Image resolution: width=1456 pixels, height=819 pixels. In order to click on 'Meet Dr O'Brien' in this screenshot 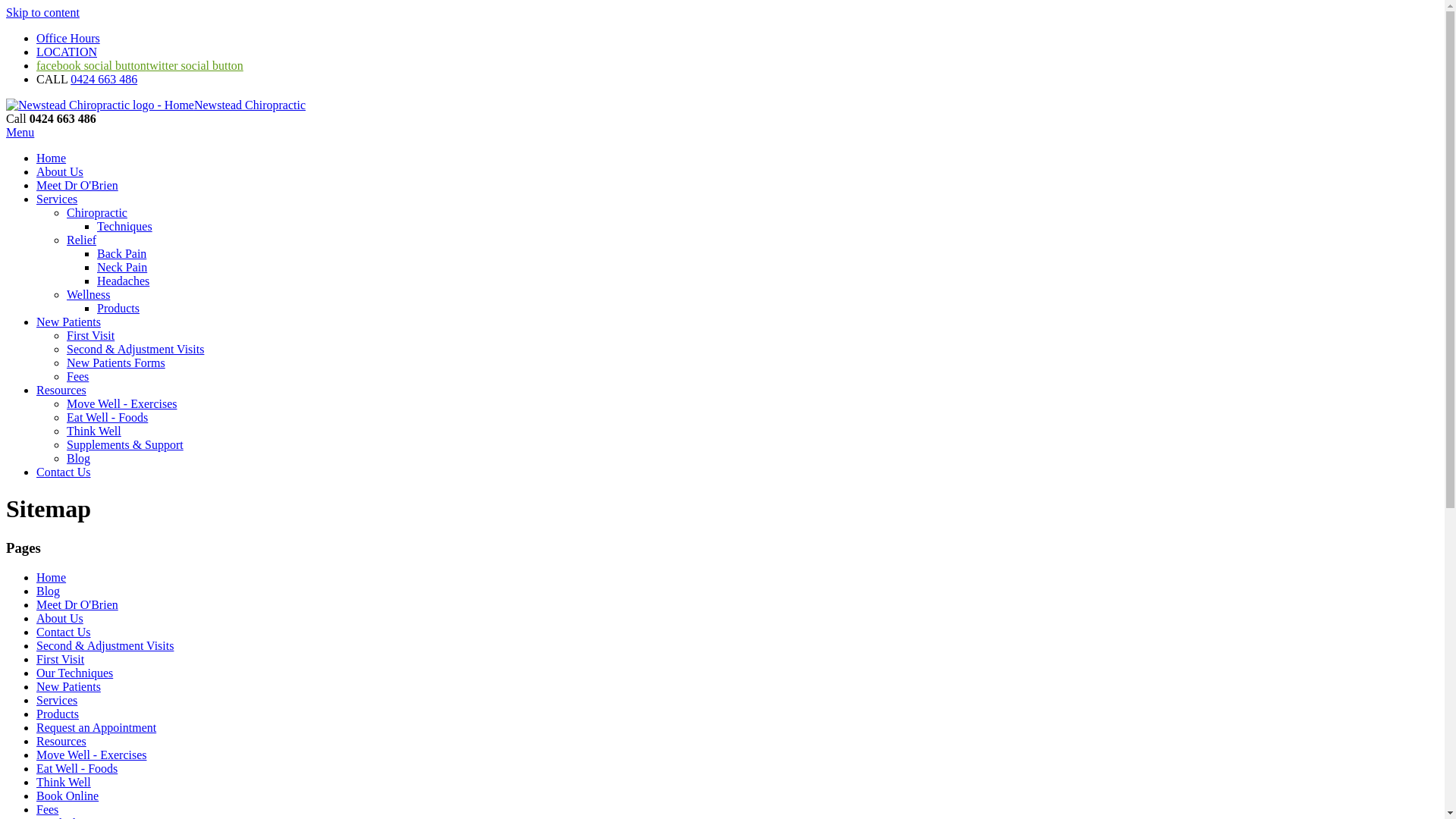, I will do `click(76, 604)`.